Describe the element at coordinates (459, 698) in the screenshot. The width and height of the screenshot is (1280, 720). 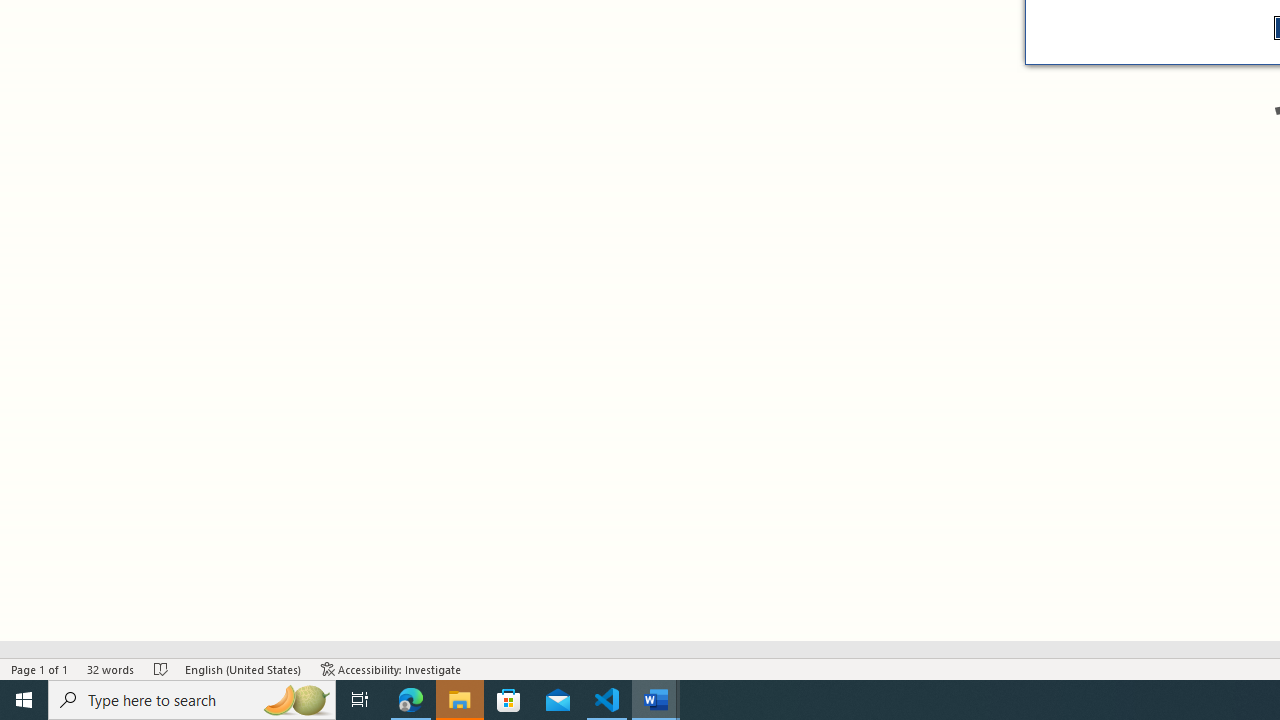
I see `'File Explorer - 1 running window'` at that location.